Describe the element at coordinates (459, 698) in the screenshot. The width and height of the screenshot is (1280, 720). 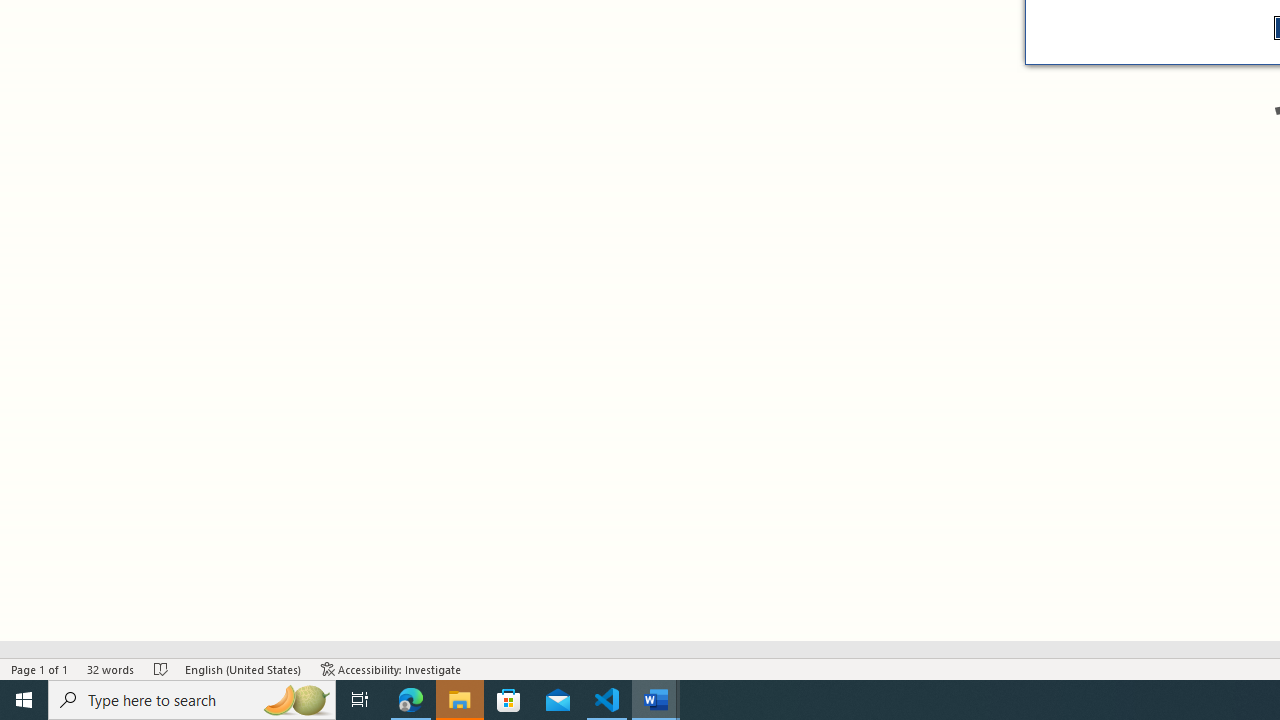
I see `'File Explorer - 1 running window'` at that location.